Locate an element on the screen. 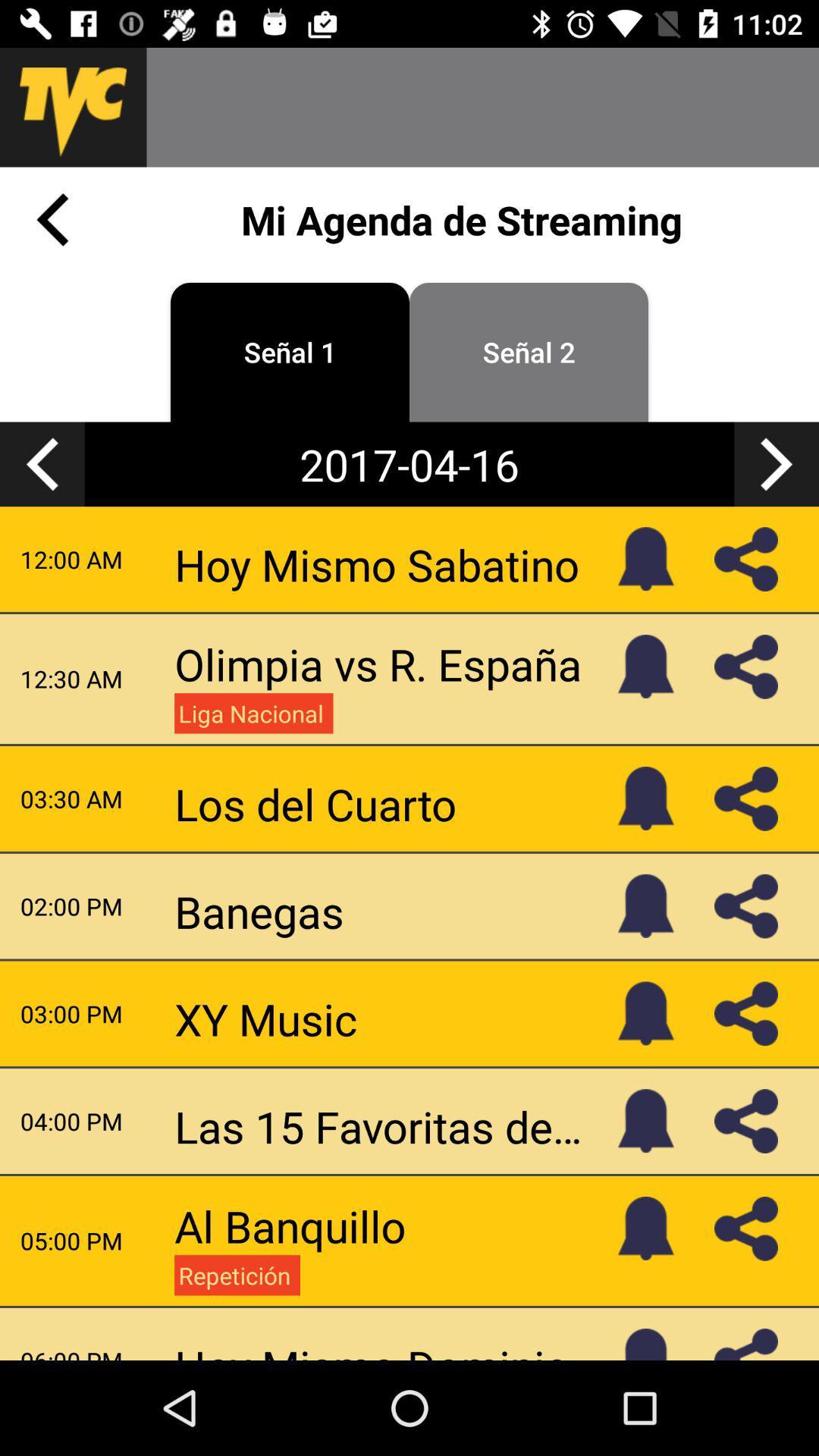 This screenshot has height=1456, width=819. the arrow_backward icon is located at coordinates (41, 463).